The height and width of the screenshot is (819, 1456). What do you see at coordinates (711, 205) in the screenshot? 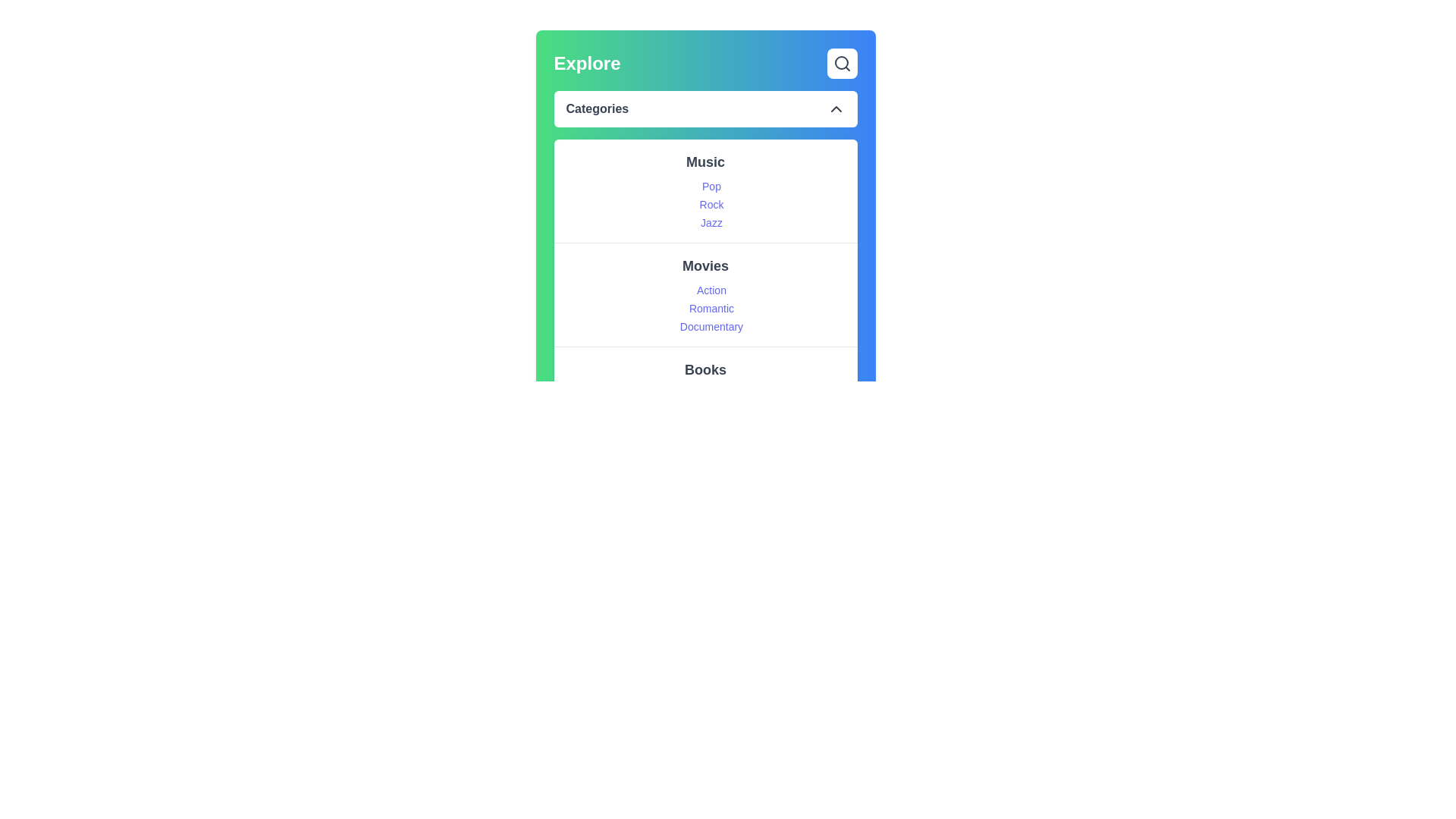
I see `the 'Rock' item in the vertical list located in the 'Music' section` at bounding box center [711, 205].